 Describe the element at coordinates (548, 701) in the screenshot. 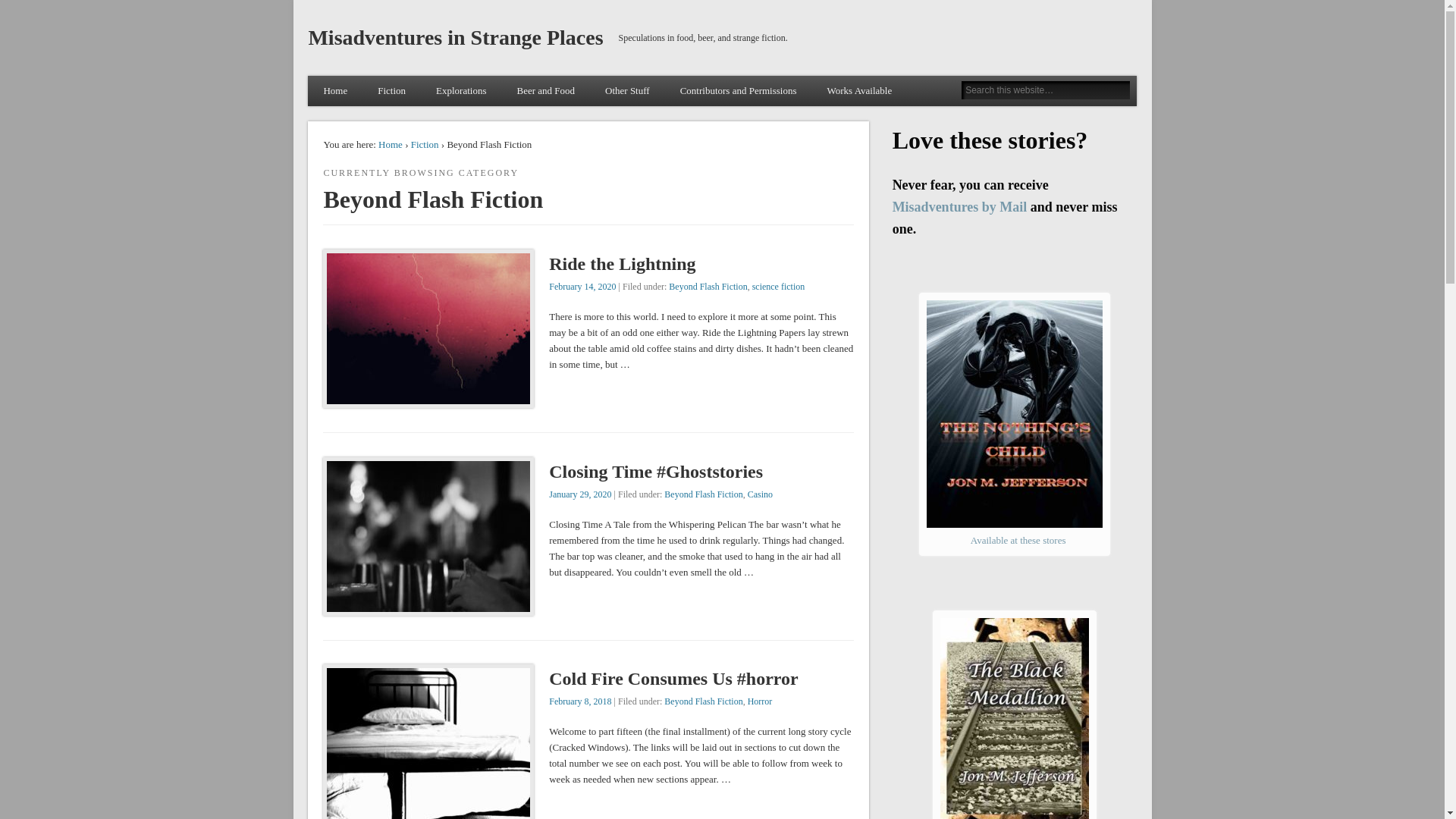

I see `'February 8, 2018'` at that location.